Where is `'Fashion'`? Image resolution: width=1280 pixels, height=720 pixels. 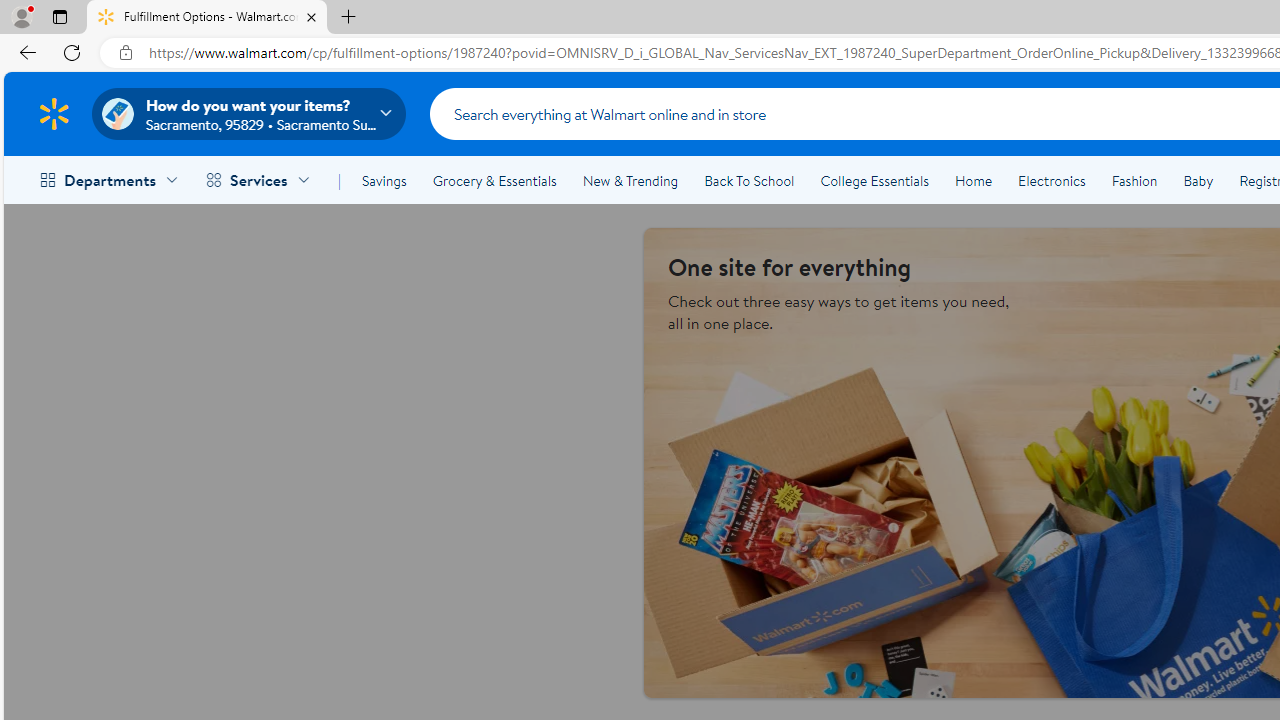
'Fashion' is located at coordinates (1134, 181).